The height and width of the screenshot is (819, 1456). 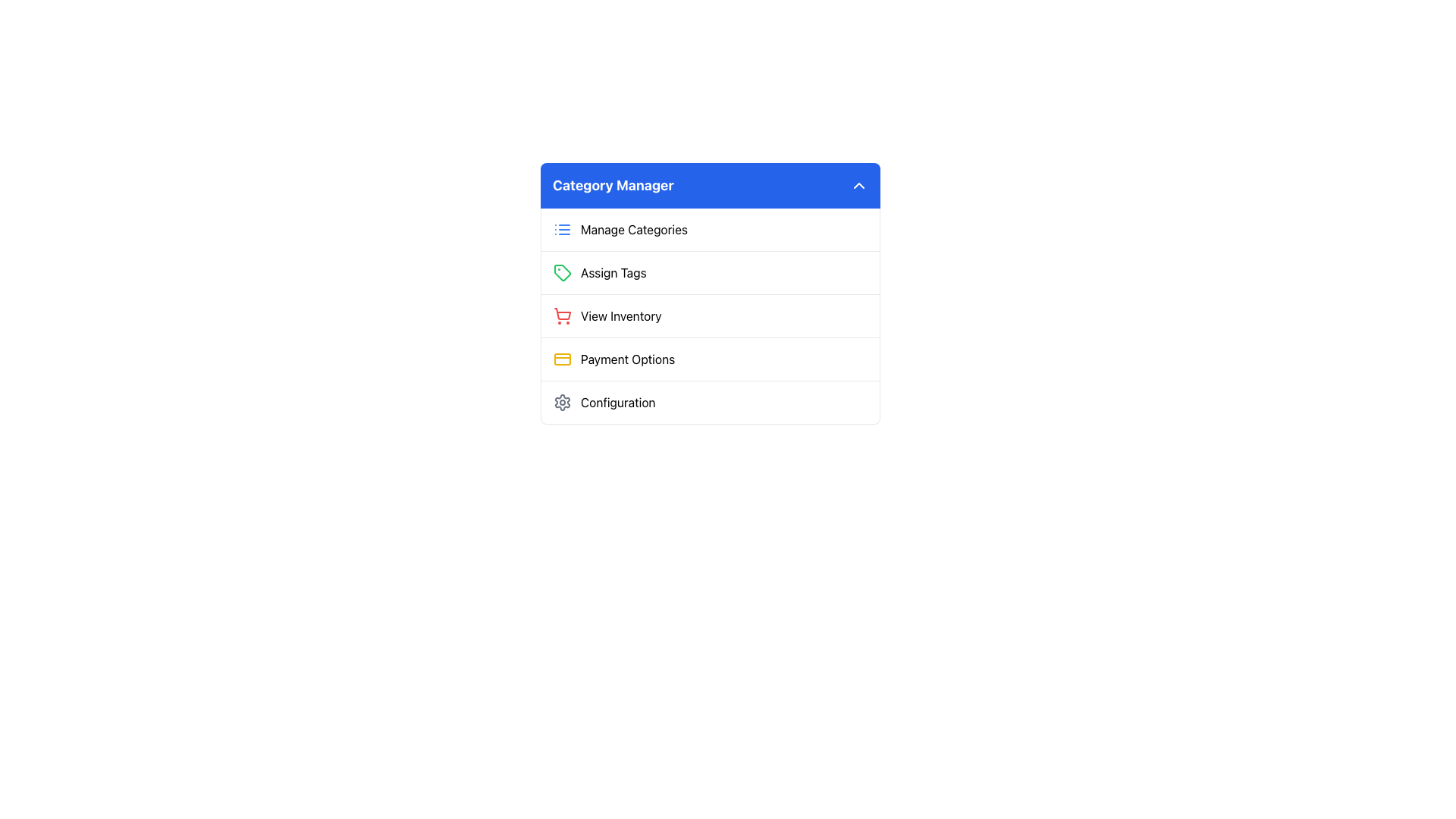 What do you see at coordinates (709, 293) in the screenshot?
I see `the 'Category Manager' menu option` at bounding box center [709, 293].